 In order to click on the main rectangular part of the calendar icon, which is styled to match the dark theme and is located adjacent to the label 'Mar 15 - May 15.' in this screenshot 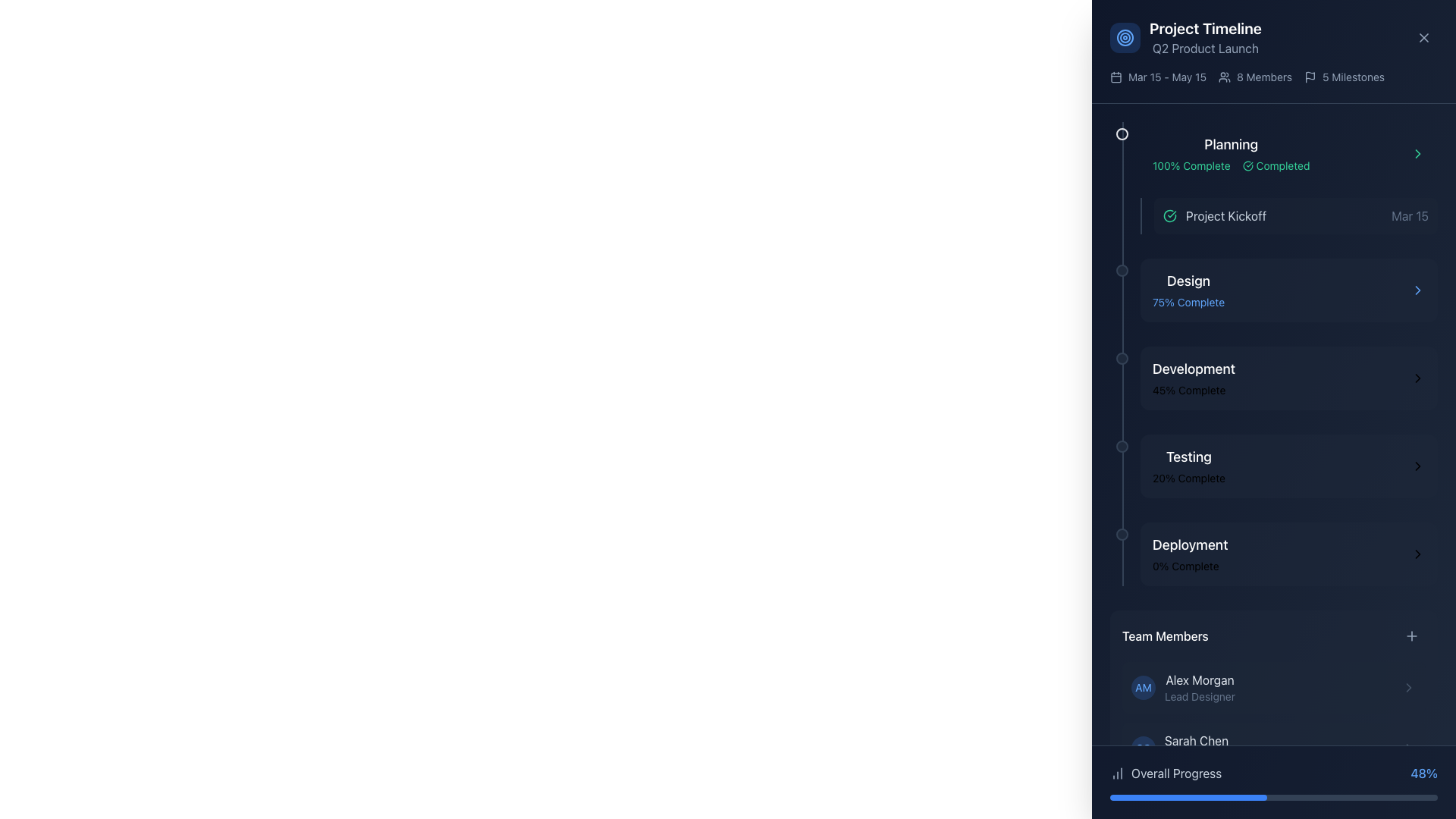, I will do `click(1116, 77)`.